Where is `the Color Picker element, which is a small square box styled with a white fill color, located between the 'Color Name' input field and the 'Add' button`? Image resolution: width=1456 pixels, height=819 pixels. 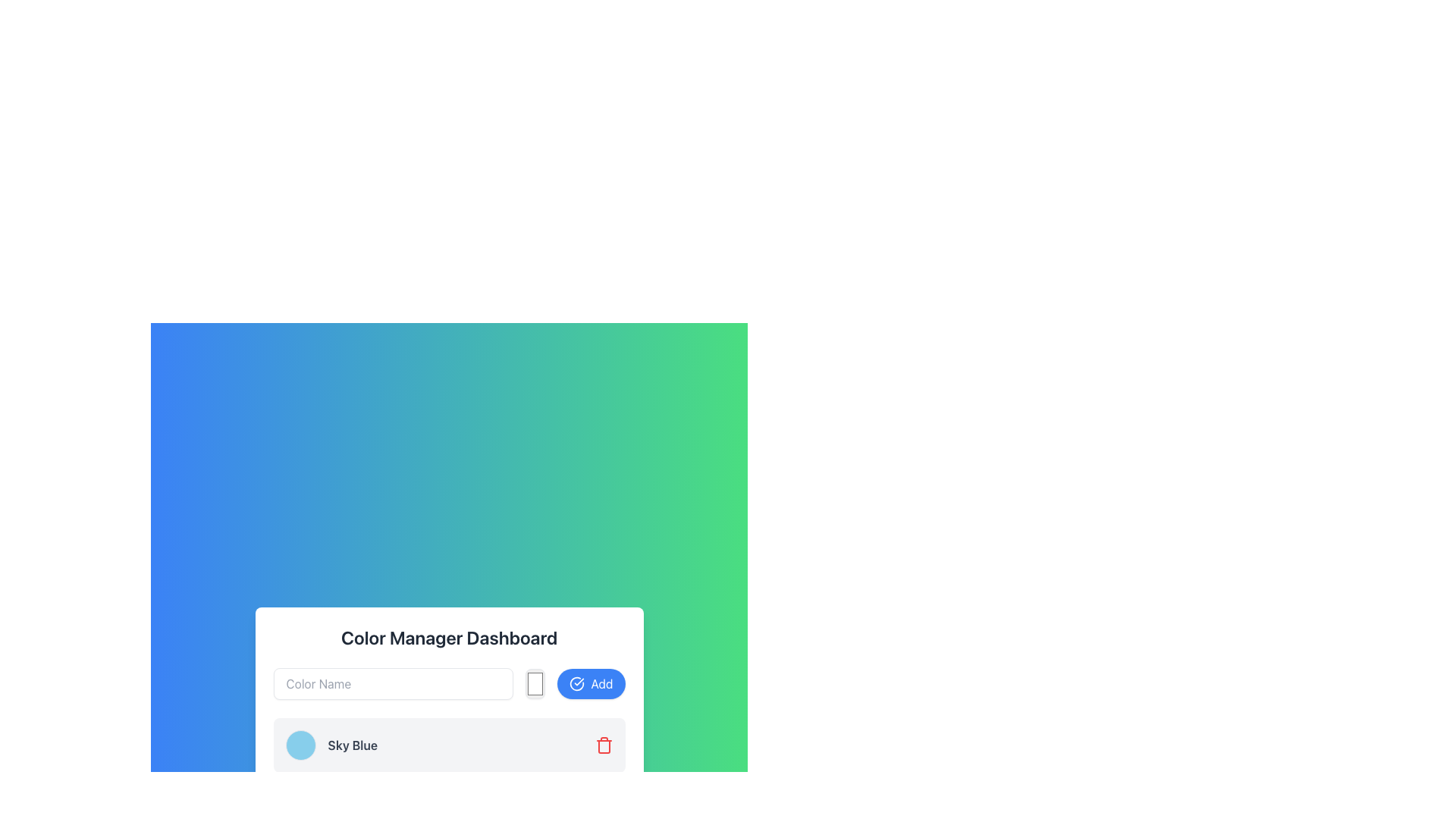 the Color Picker element, which is a small square box styled with a white fill color, located between the 'Color Name' input field and the 'Add' button is located at coordinates (535, 684).